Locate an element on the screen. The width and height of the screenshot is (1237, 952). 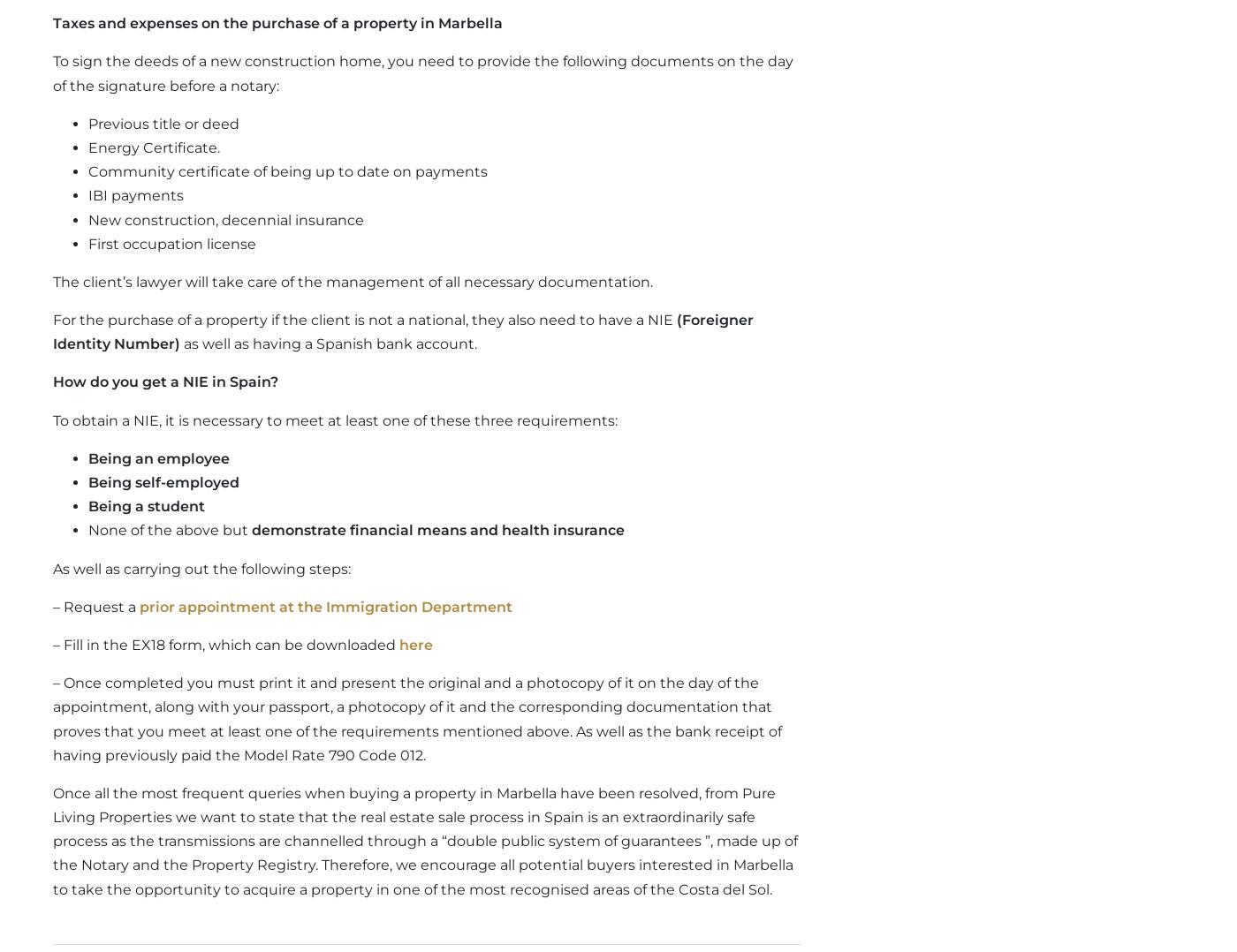
'(Foreigner Identity Number)' is located at coordinates (53, 332).